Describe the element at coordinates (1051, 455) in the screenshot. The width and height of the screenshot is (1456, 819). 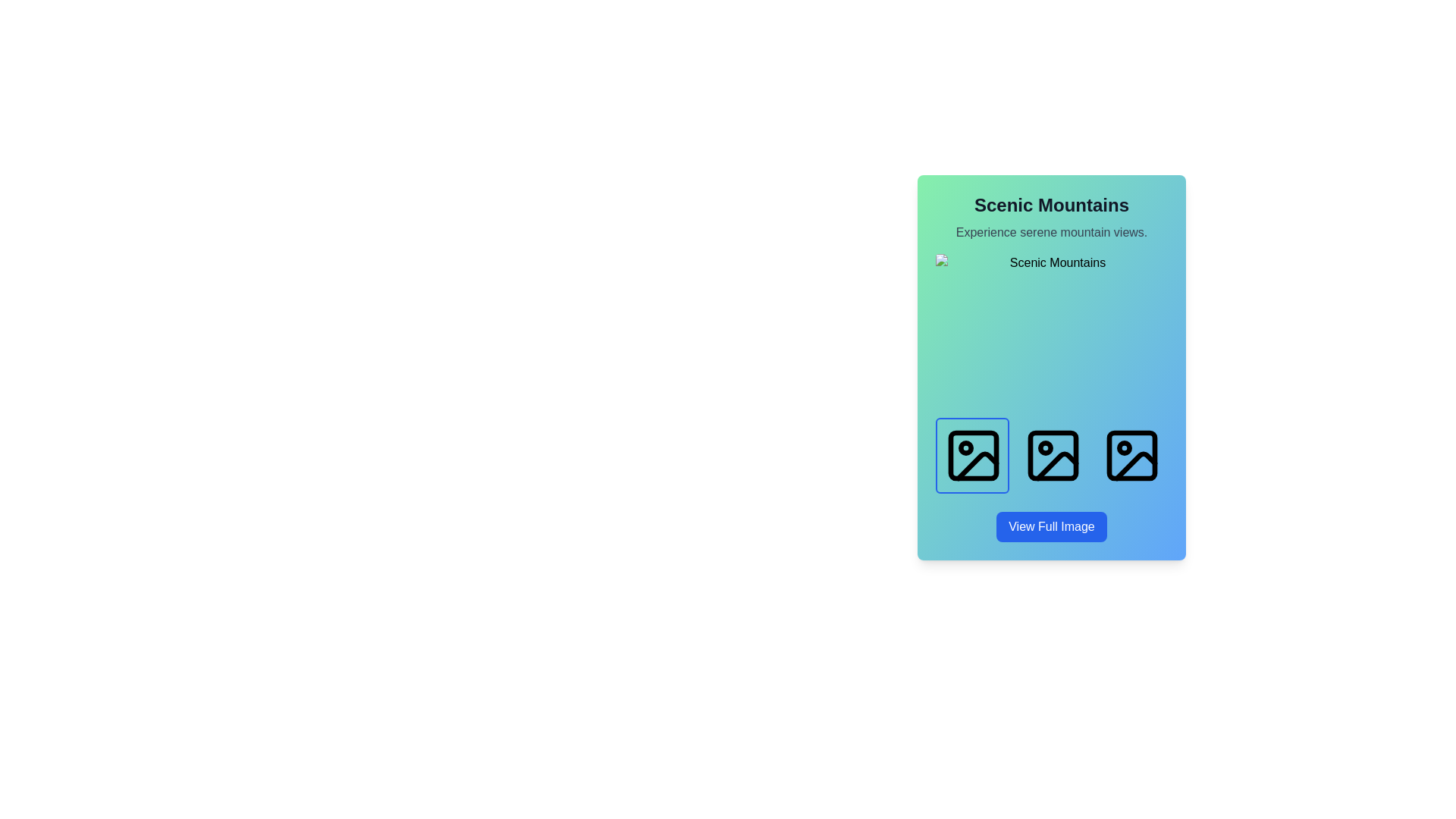
I see `the second selectable image icon representing 'Sunlit Forest'` at that location.